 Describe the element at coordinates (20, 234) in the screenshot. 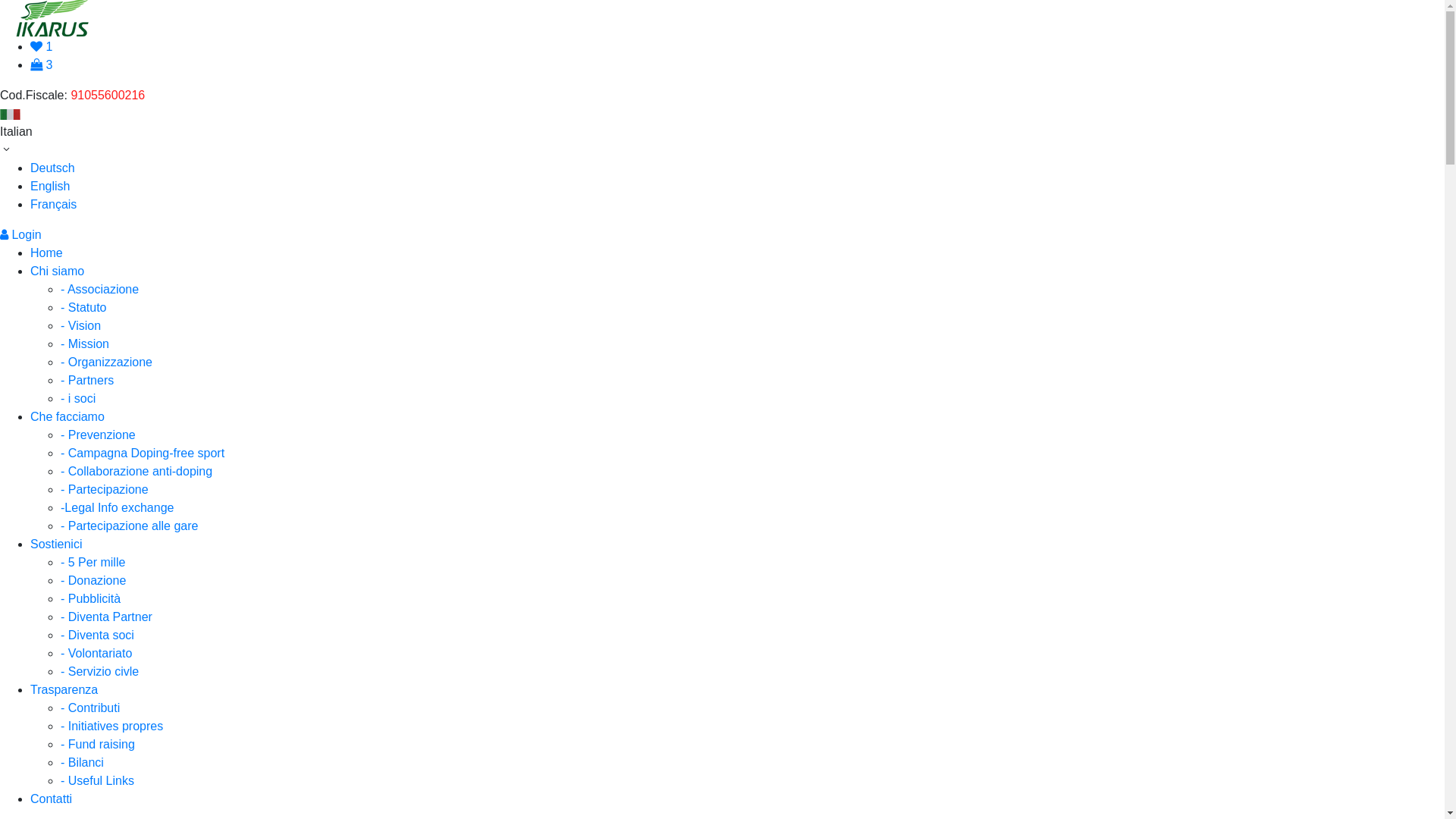

I see `'Login'` at that location.